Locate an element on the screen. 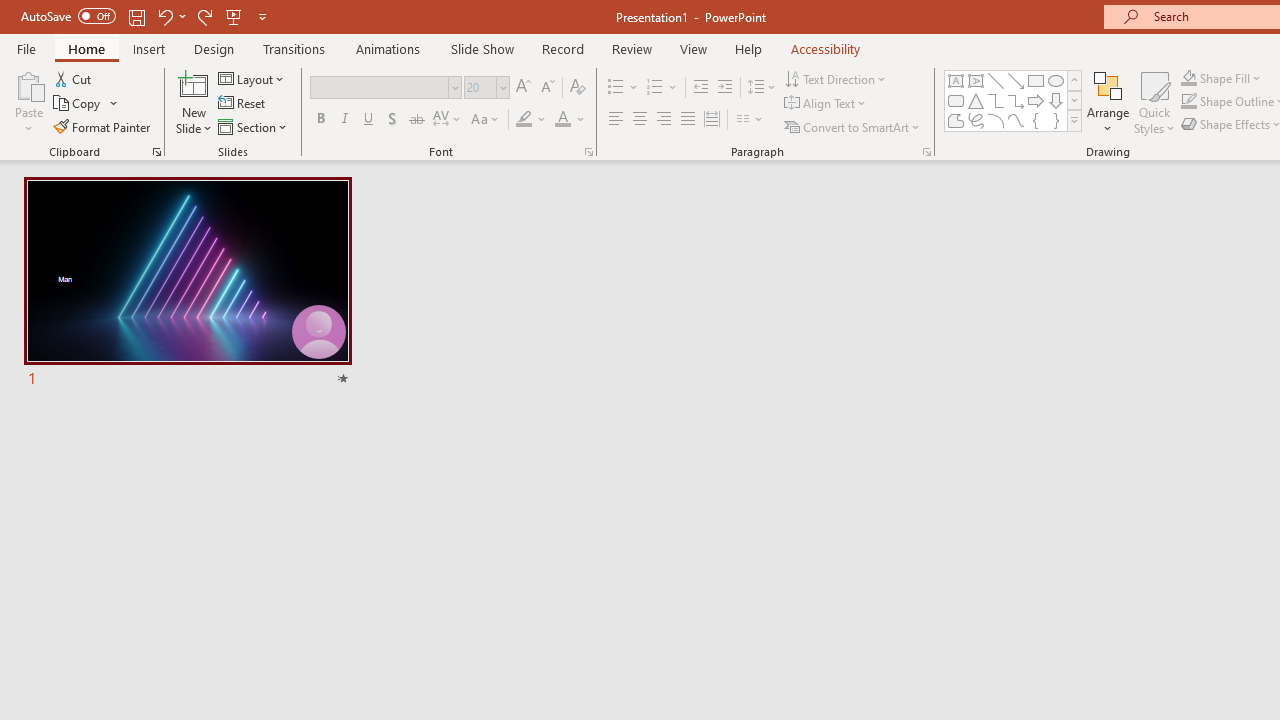 This screenshot has height=720, width=1280. 'Text Direction' is located at coordinates (837, 78).